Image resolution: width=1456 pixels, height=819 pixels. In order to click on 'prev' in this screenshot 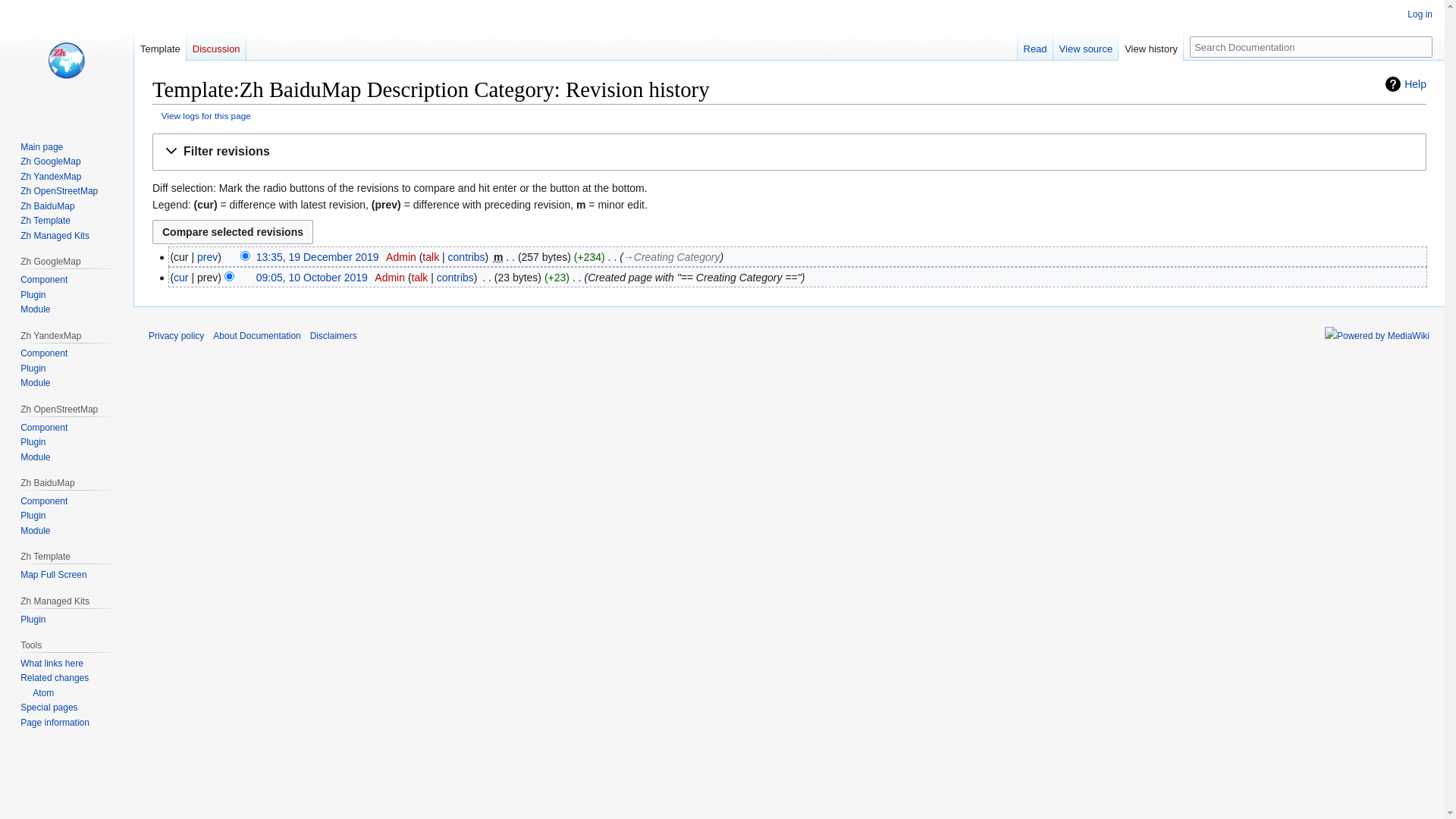, I will do `click(206, 256)`.